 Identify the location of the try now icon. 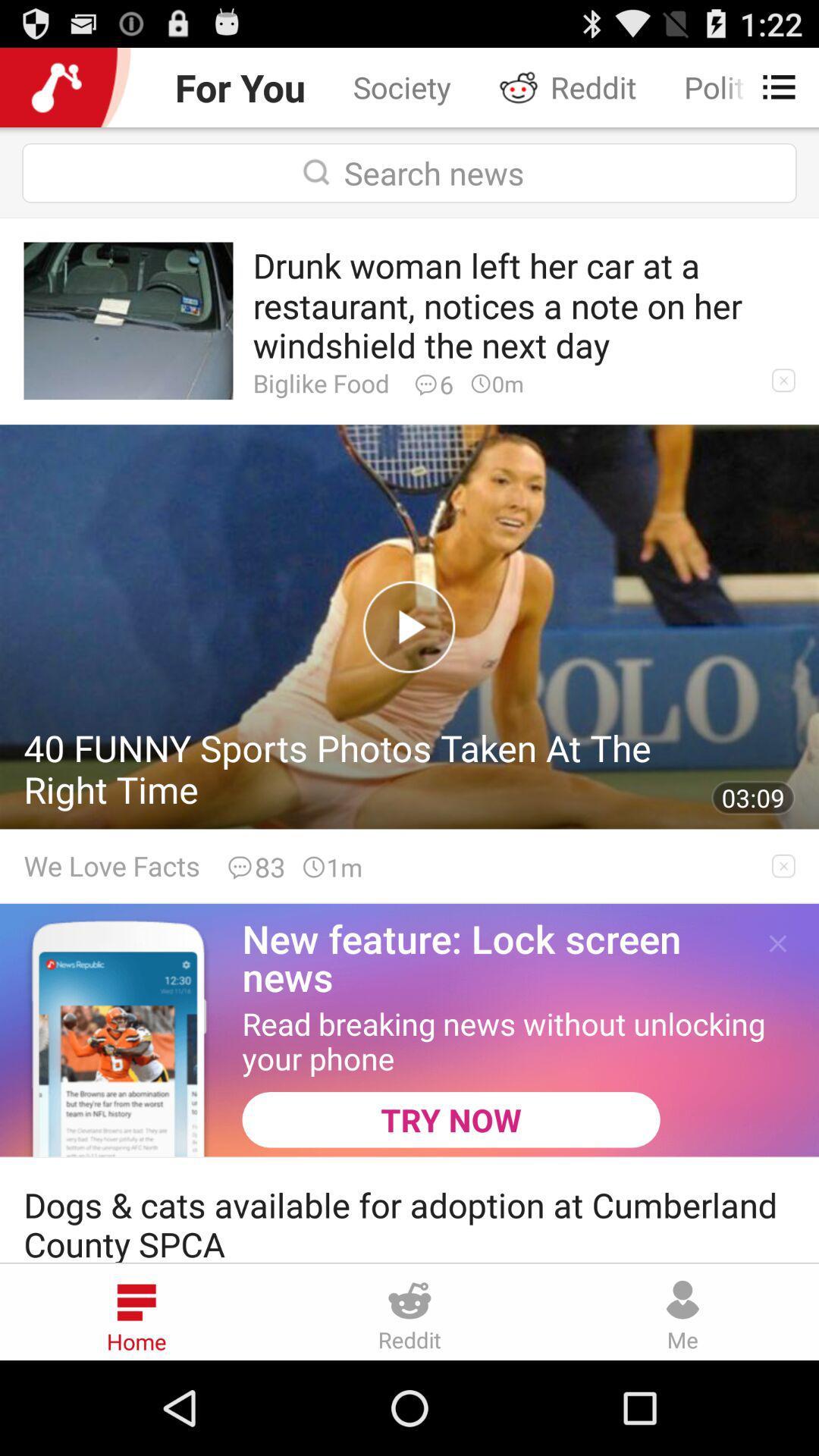
(450, 1119).